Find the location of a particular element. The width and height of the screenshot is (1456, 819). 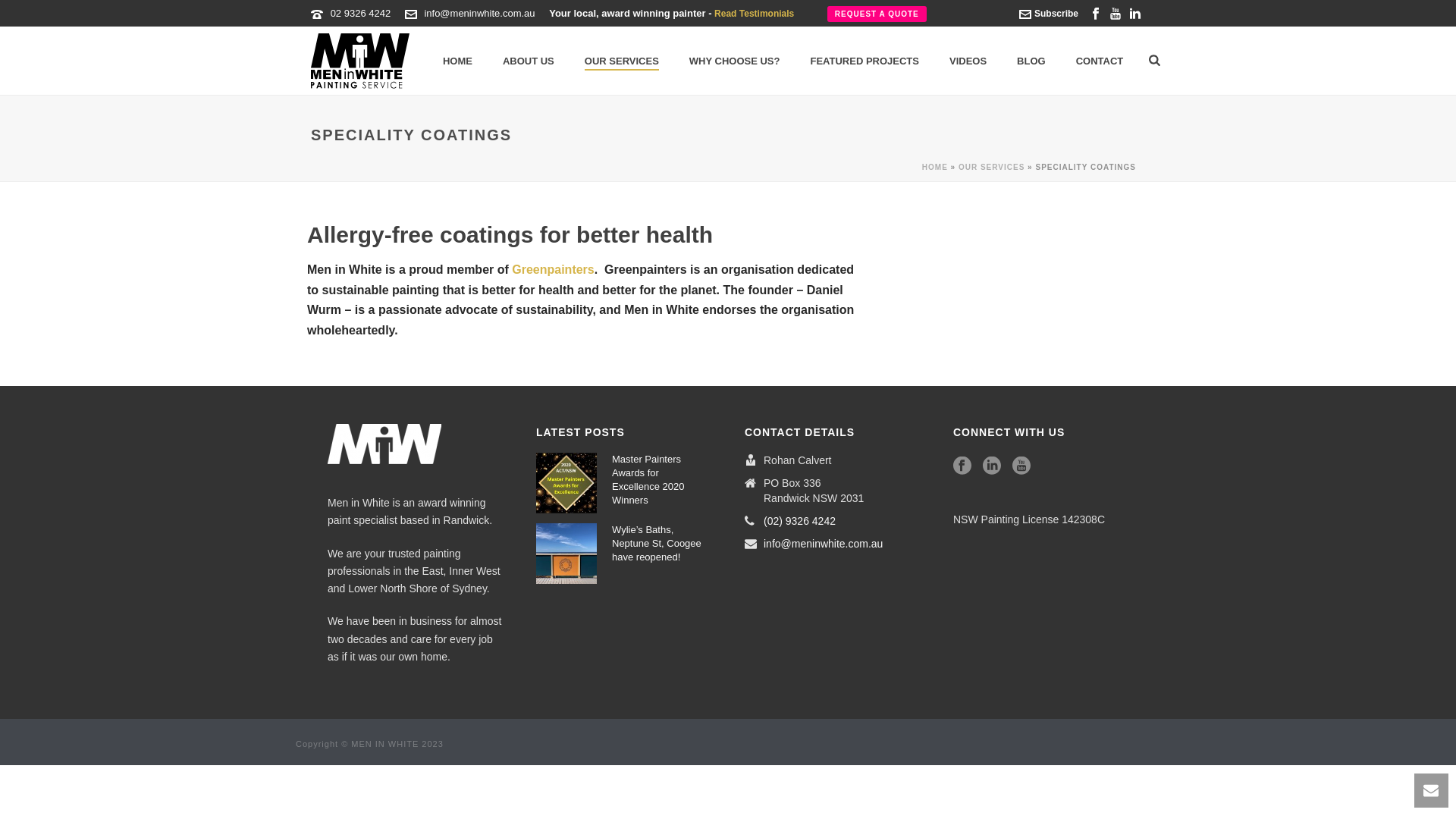

'CONTACT' is located at coordinates (1100, 61).